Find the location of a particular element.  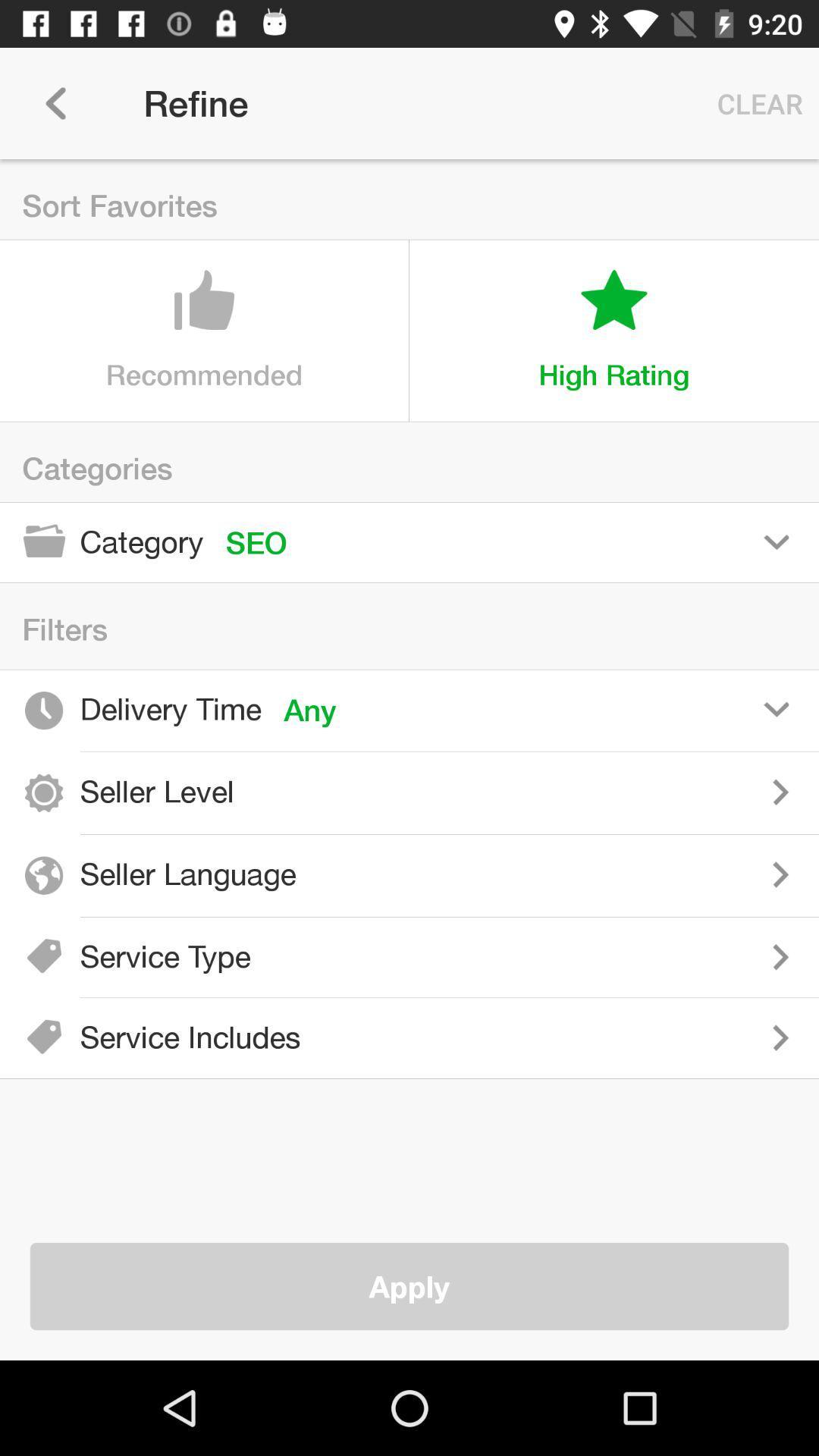

apply item is located at coordinates (409, 1285).